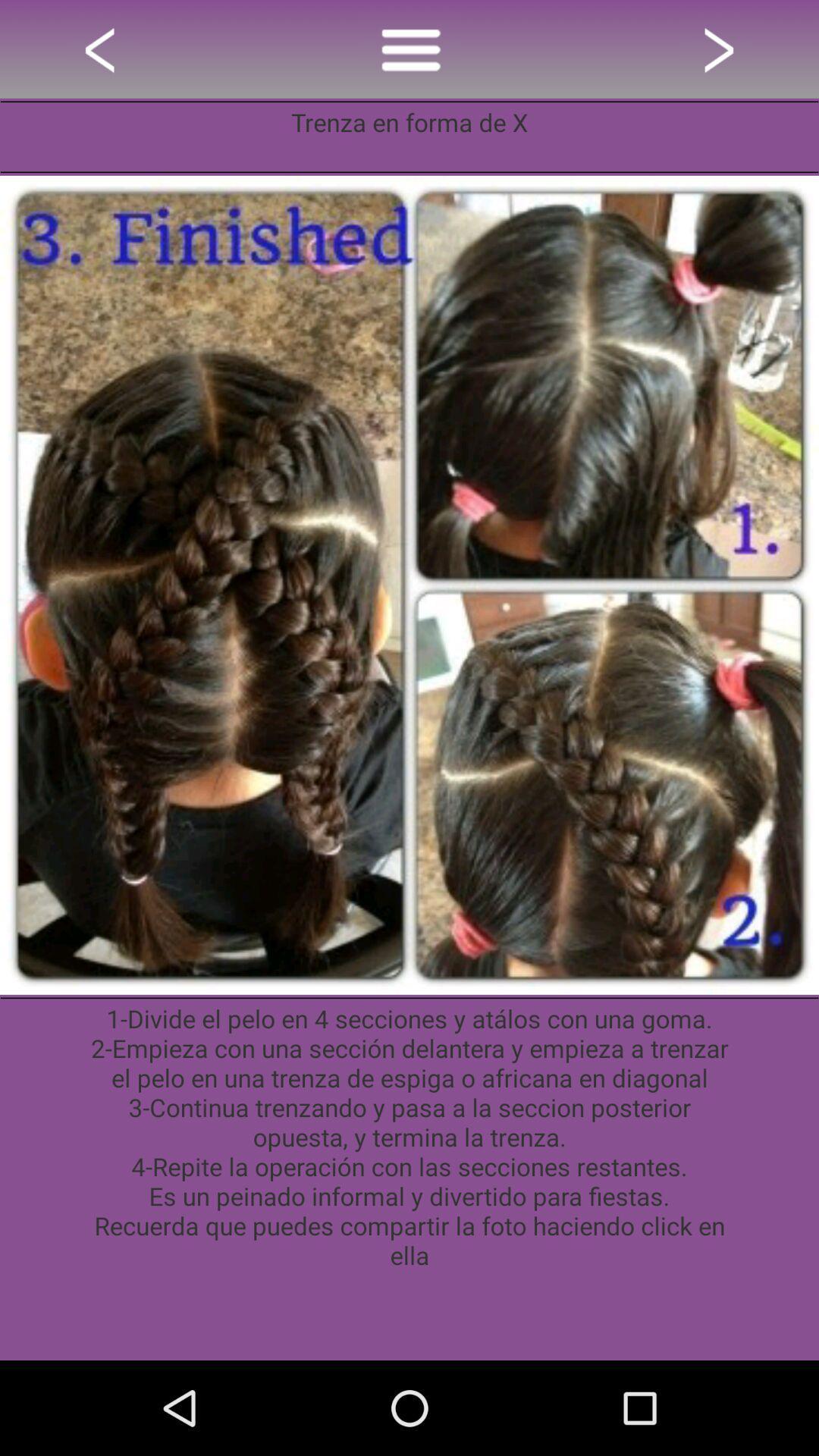 Image resolution: width=819 pixels, height=1456 pixels. I want to click on the menu icon, so click(409, 52).